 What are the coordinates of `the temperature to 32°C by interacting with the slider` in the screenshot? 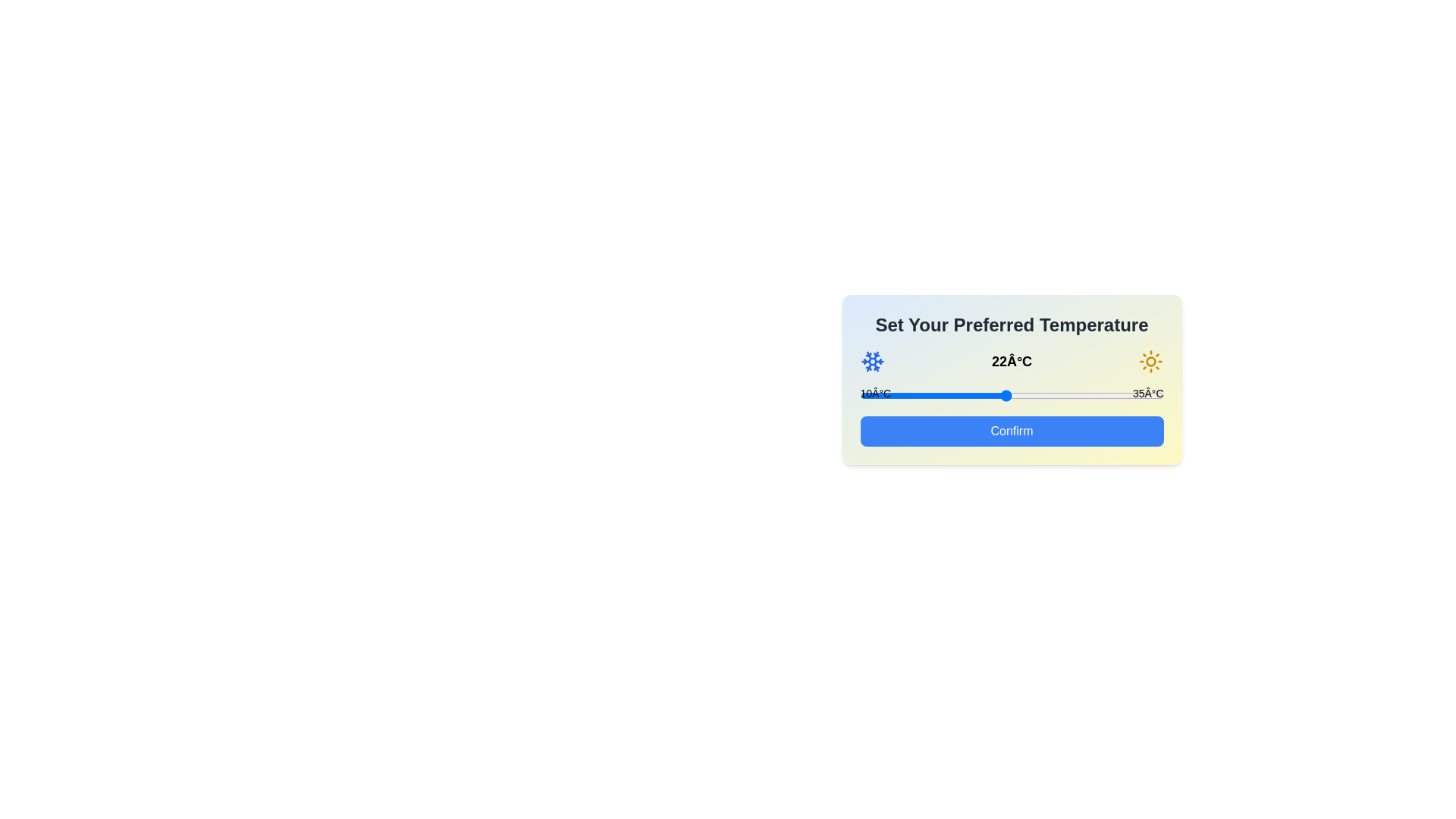 It's located at (1127, 394).